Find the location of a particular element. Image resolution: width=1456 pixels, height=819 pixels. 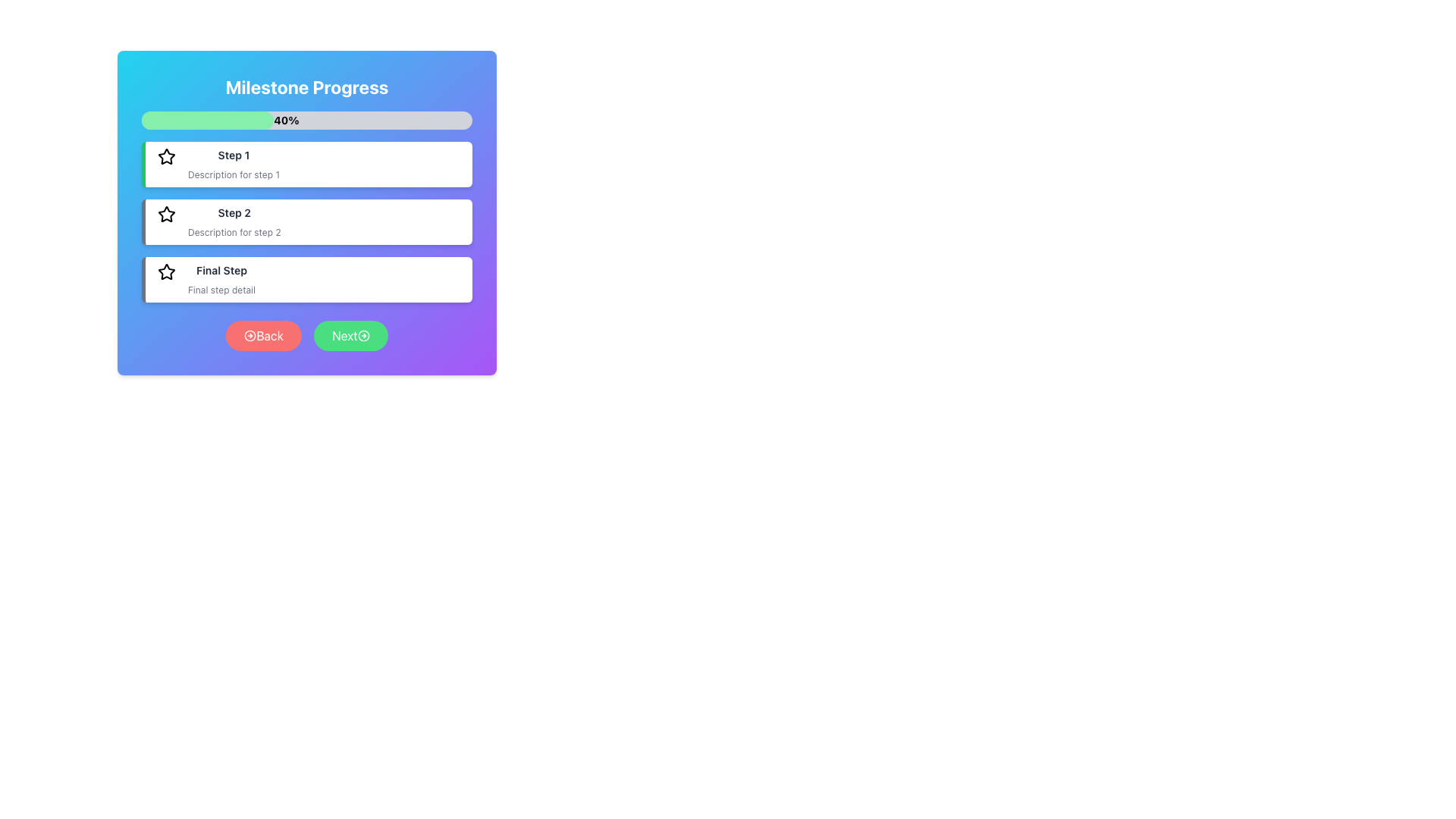

the 'Step 1' text label which is styled with a small bold font and dark gray color, located in the first section of a vertical list of steps is located at coordinates (233, 155).